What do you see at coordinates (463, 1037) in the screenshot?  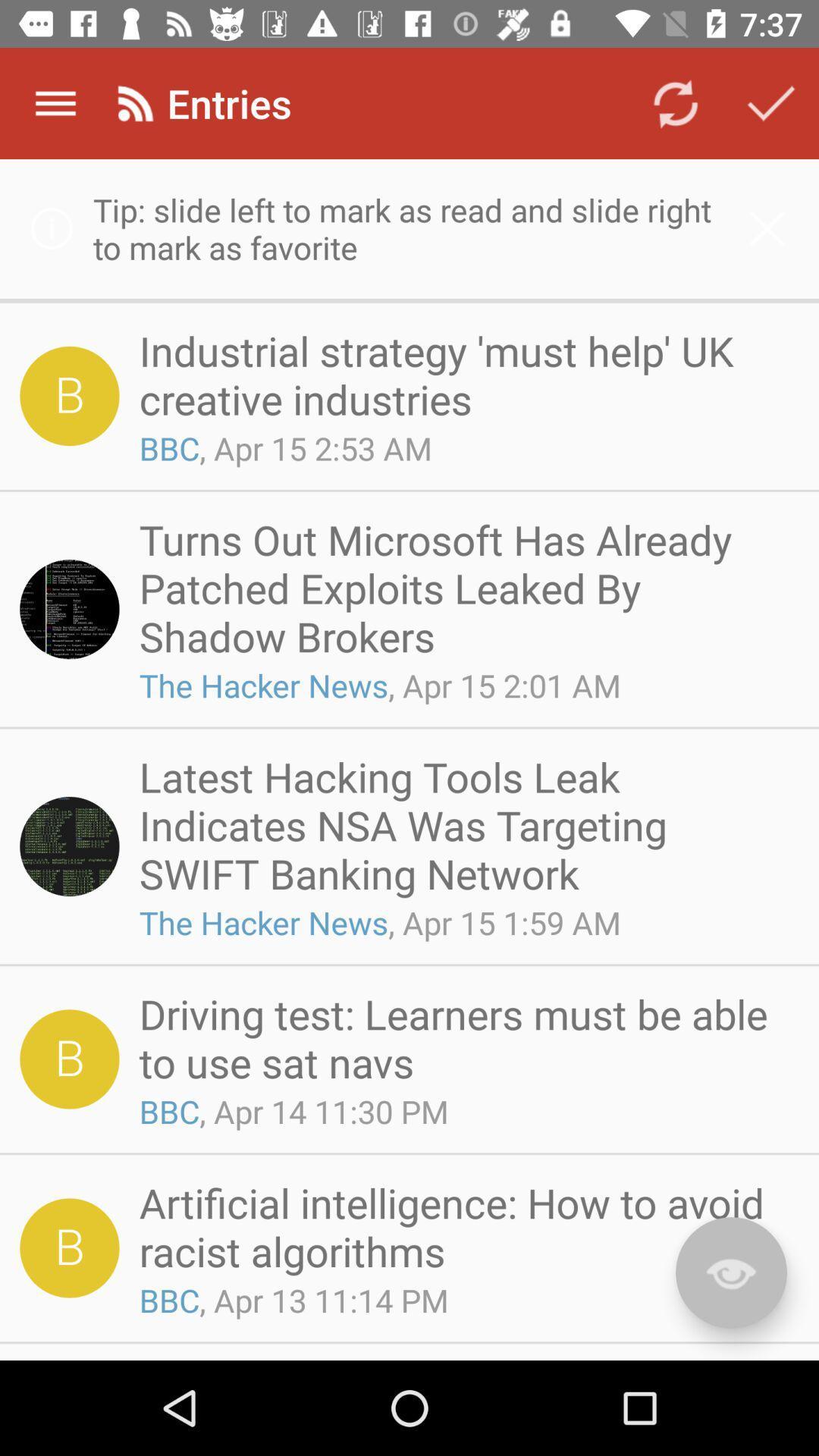 I see `the app below the hacker news` at bounding box center [463, 1037].